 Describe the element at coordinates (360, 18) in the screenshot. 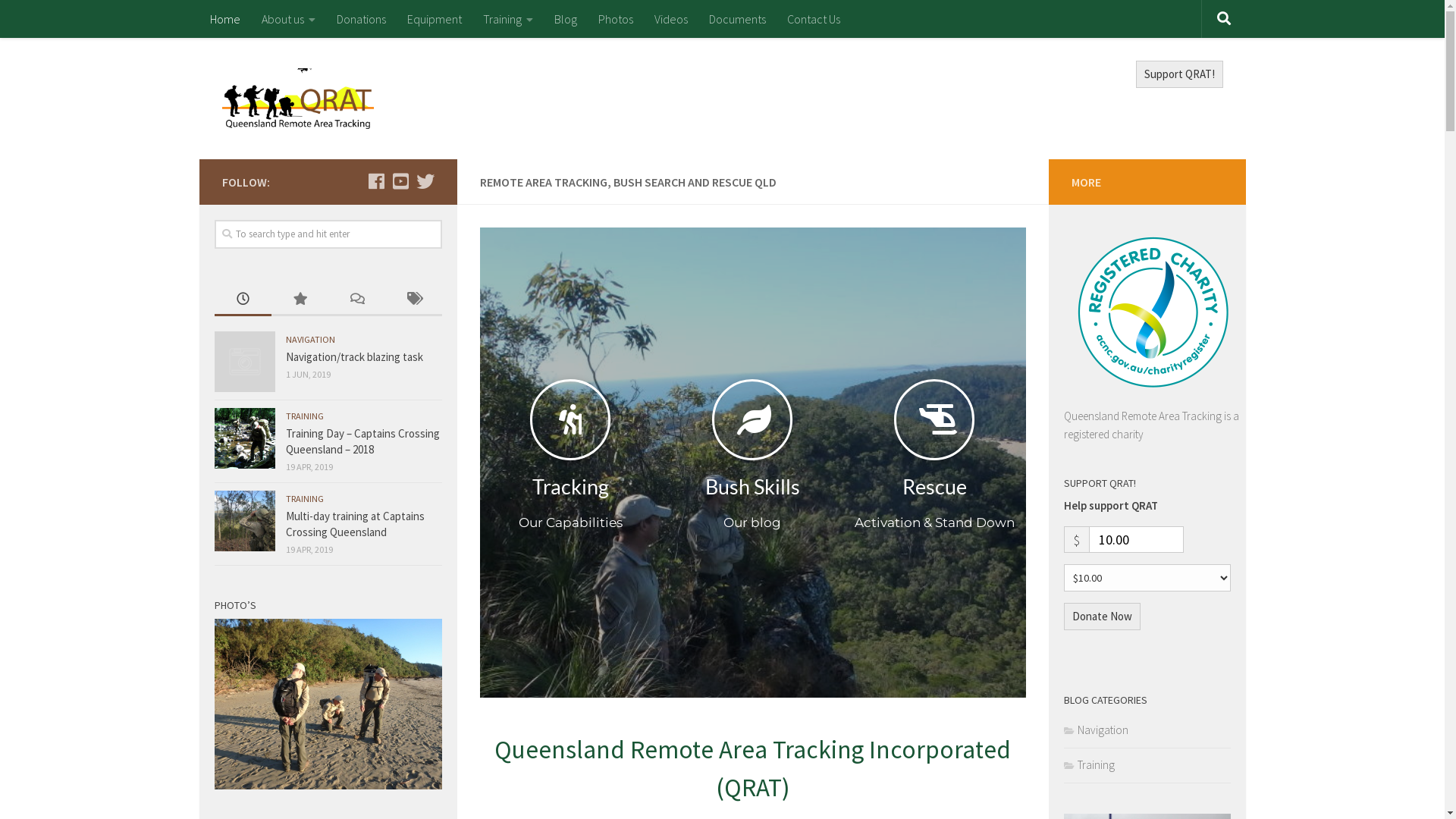

I see `'Donations'` at that location.